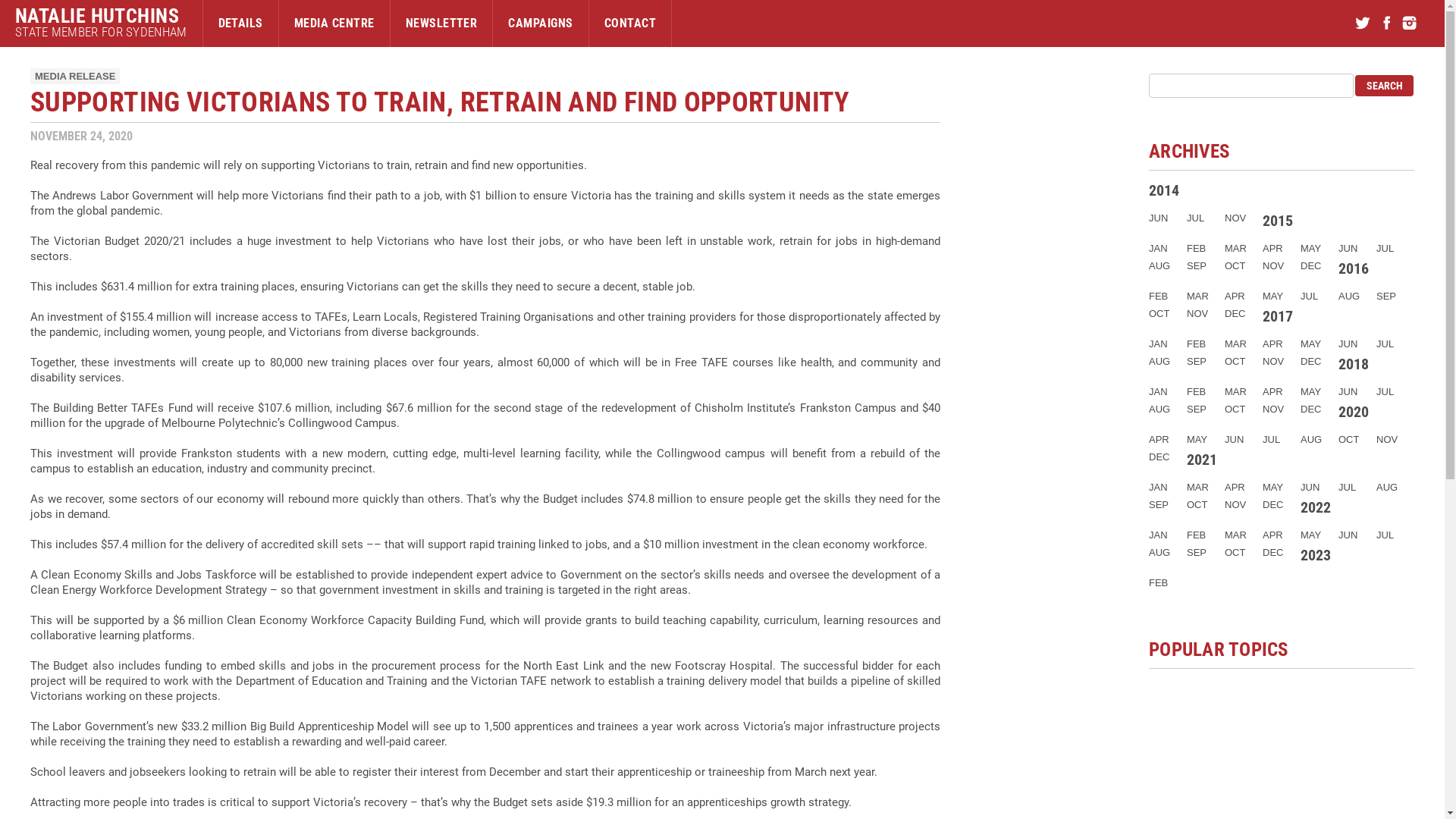 The width and height of the screenshot is (1456, 819). I want to click on 'STATE MEMBER FOR SYDENHAM', so click(100, 32).